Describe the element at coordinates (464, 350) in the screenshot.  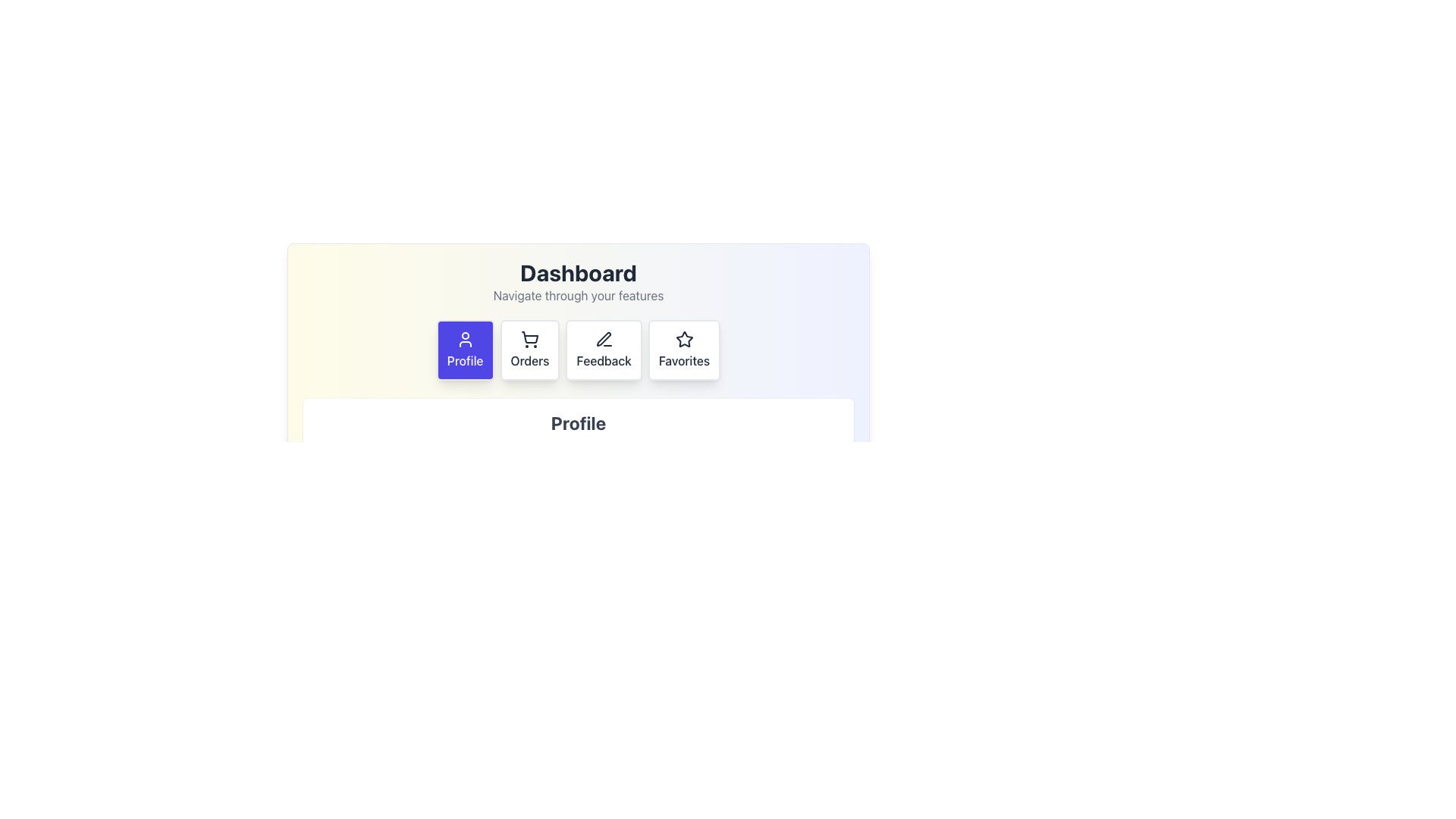
I see `the 'Profile' button, which is the first button in a row of four, featuring a vibrant purple background and a person icon above the text` at that location.